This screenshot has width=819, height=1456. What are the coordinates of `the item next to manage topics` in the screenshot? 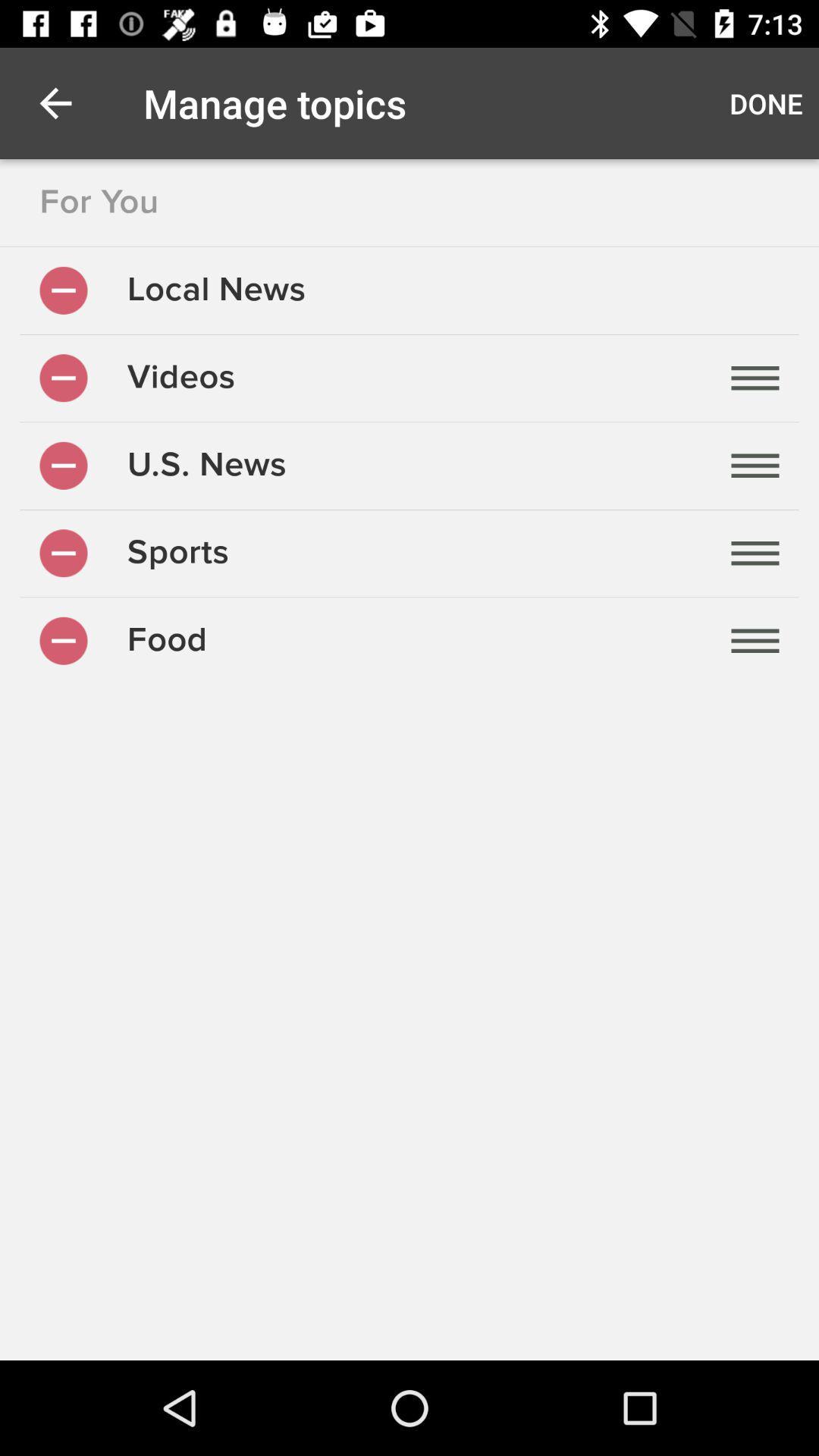 It's located at (766, 102).